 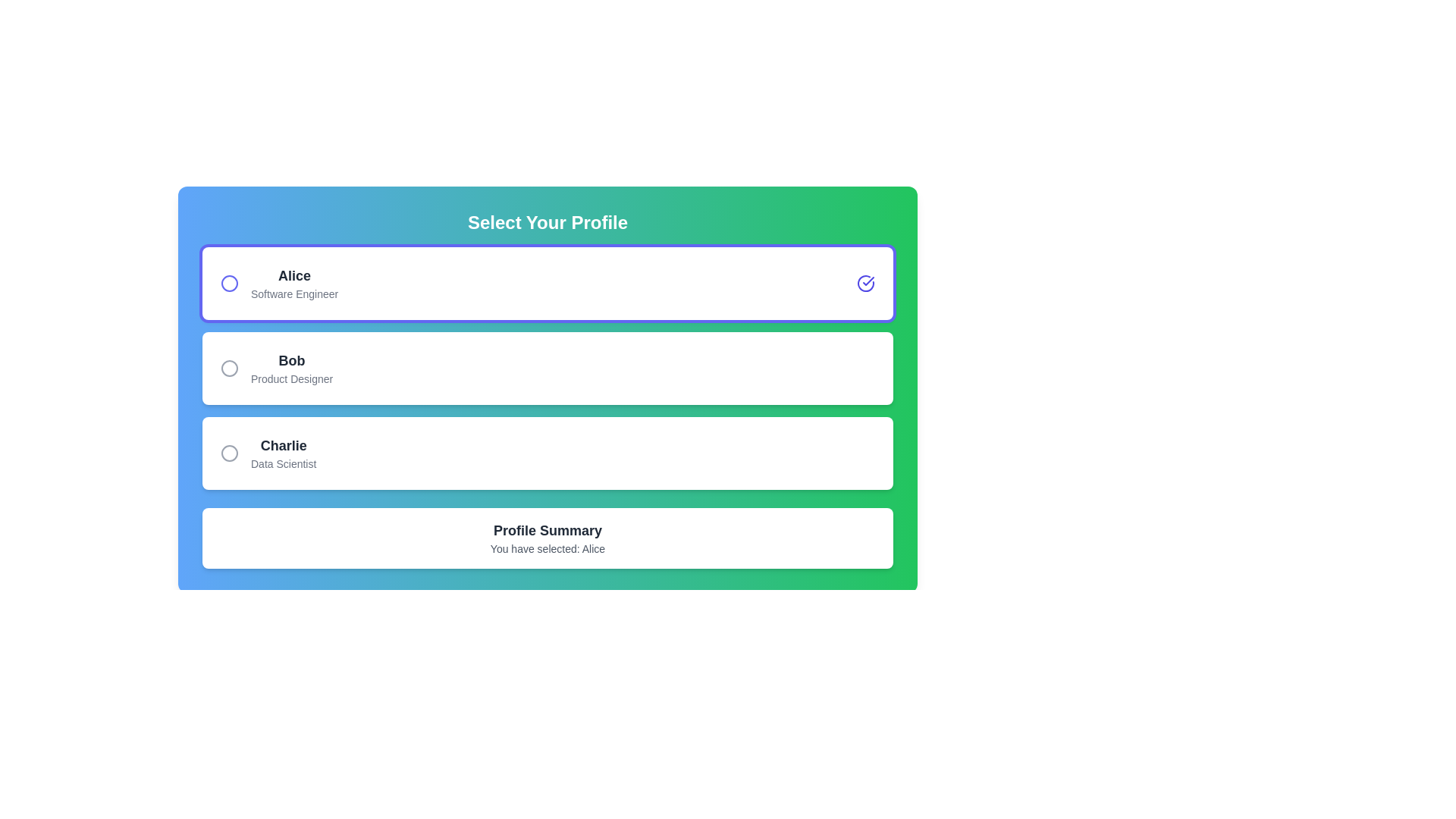 What do you see at coordinates (228, 369) in the screenshot?
I see `the radio button` at bounding box center [228, 369].